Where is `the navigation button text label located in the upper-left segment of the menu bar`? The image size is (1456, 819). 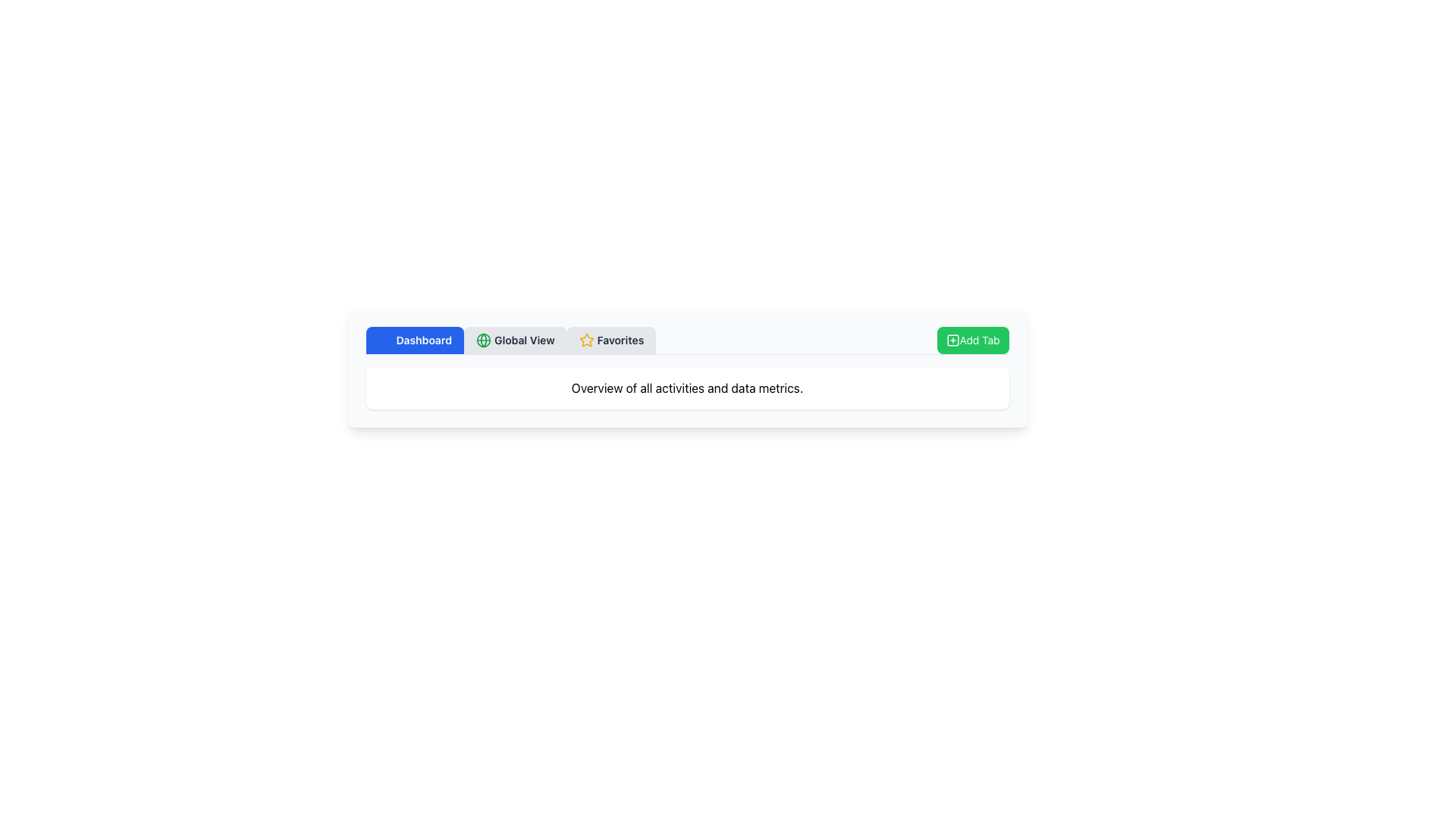 the navigation button text label located in the upper-left segment of the menu bar is located at coordinates (424, 339).